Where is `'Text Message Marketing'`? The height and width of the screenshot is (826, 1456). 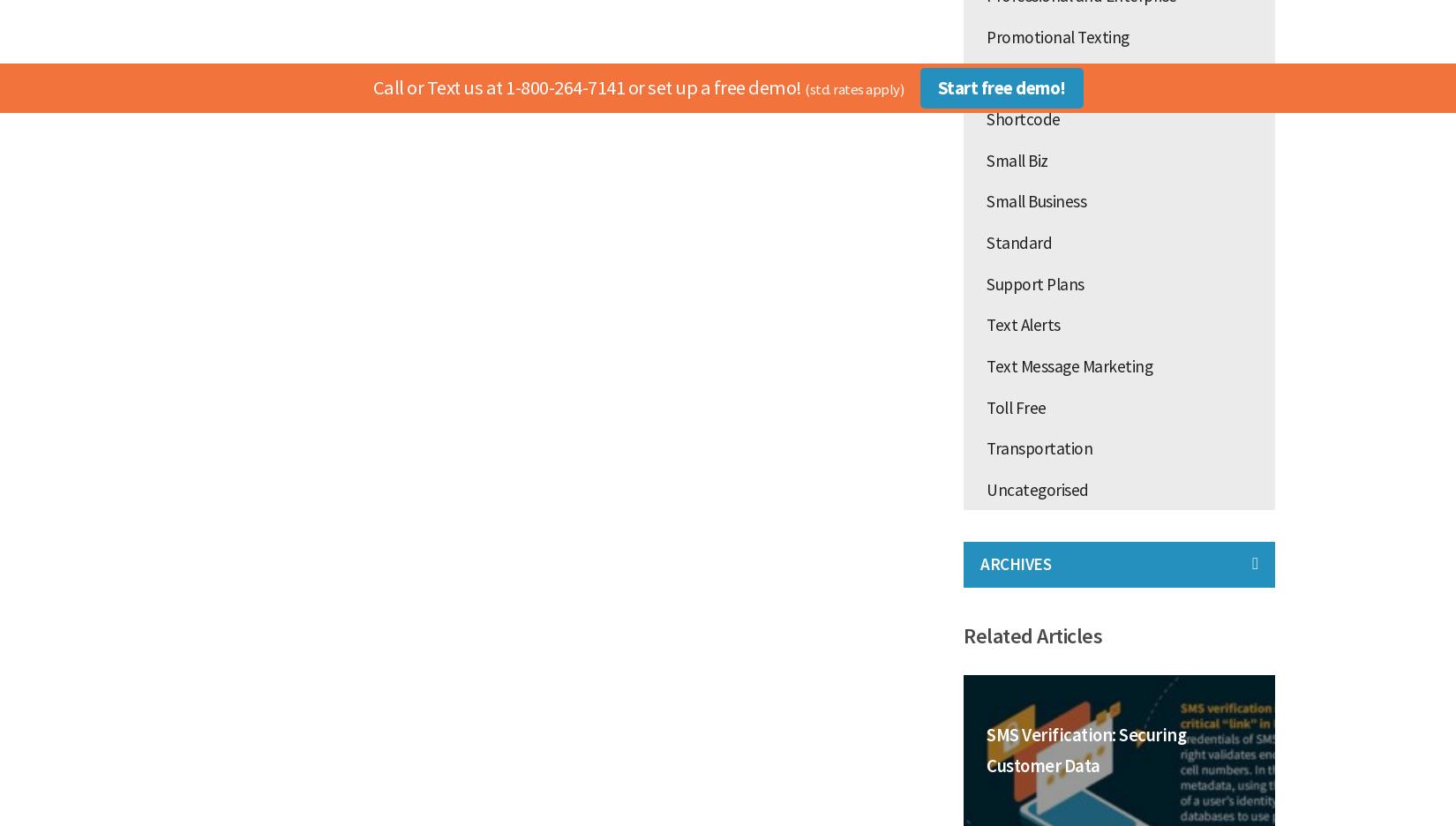
'Text Message Marketing' is located at coordinates (1069, 364).